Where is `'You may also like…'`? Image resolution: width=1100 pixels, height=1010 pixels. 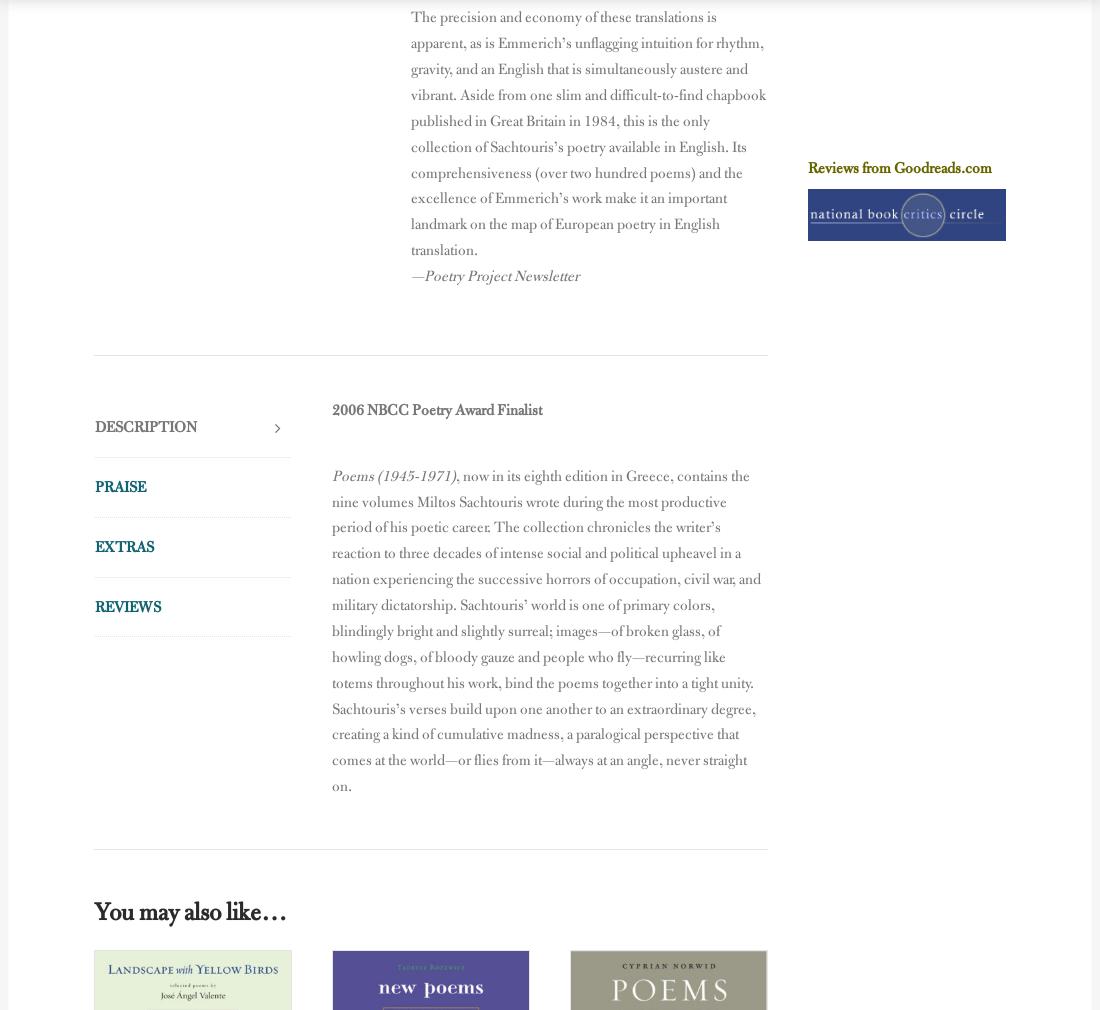 'You may also like…' is located at coordinates (188, 911).